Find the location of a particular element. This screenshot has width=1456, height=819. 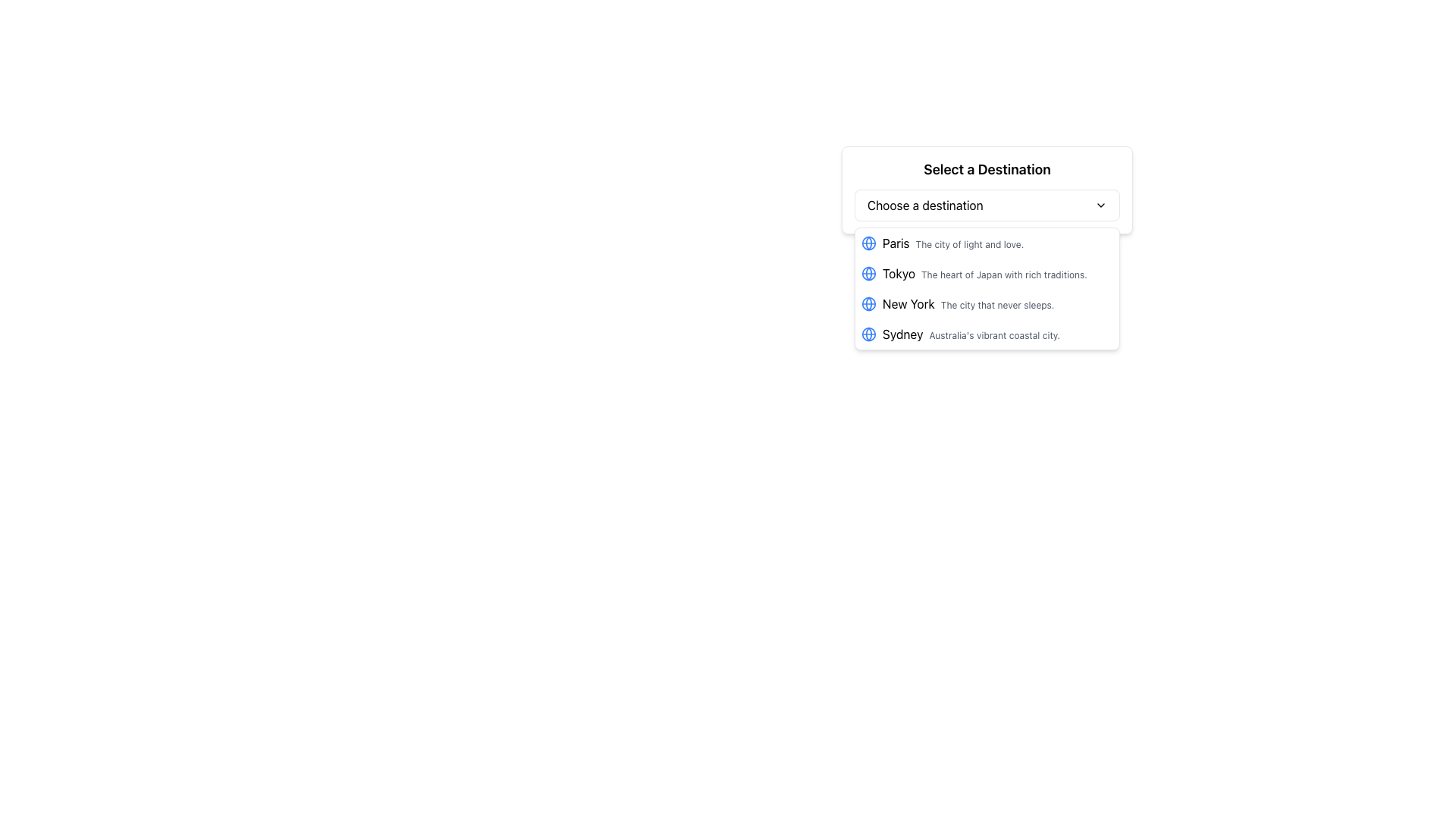

the inner circular part of the globe symbol icon located to the left of the text 'Paris' in the dropdown menu listing destinations is located at coordinates (869, 242).